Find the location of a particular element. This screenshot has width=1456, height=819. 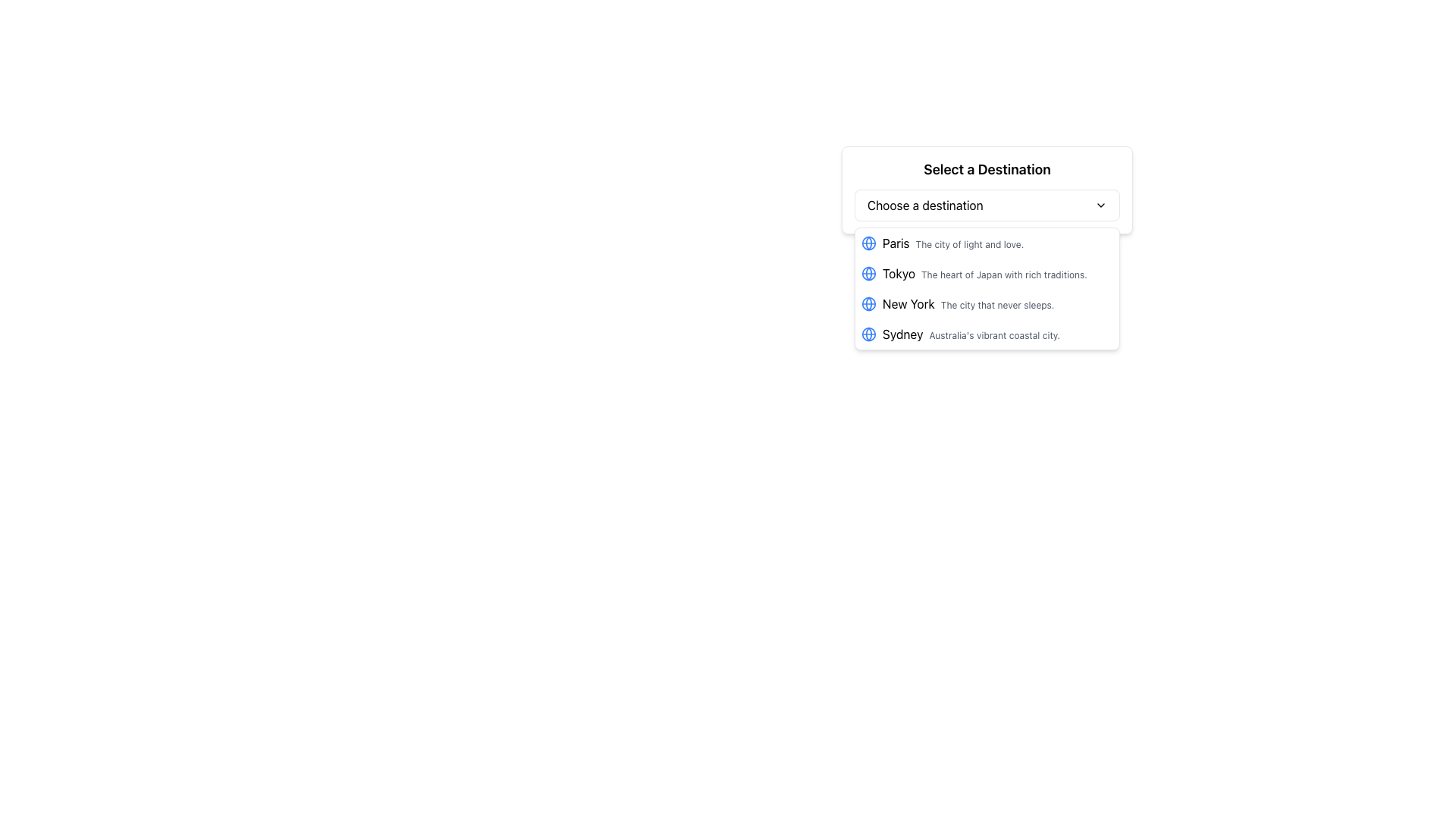

the inner circular part of the globe symbol icon located to the left of the text 'Paris' in the dropdown menu listing destinations is located at coordinates (869, 242).